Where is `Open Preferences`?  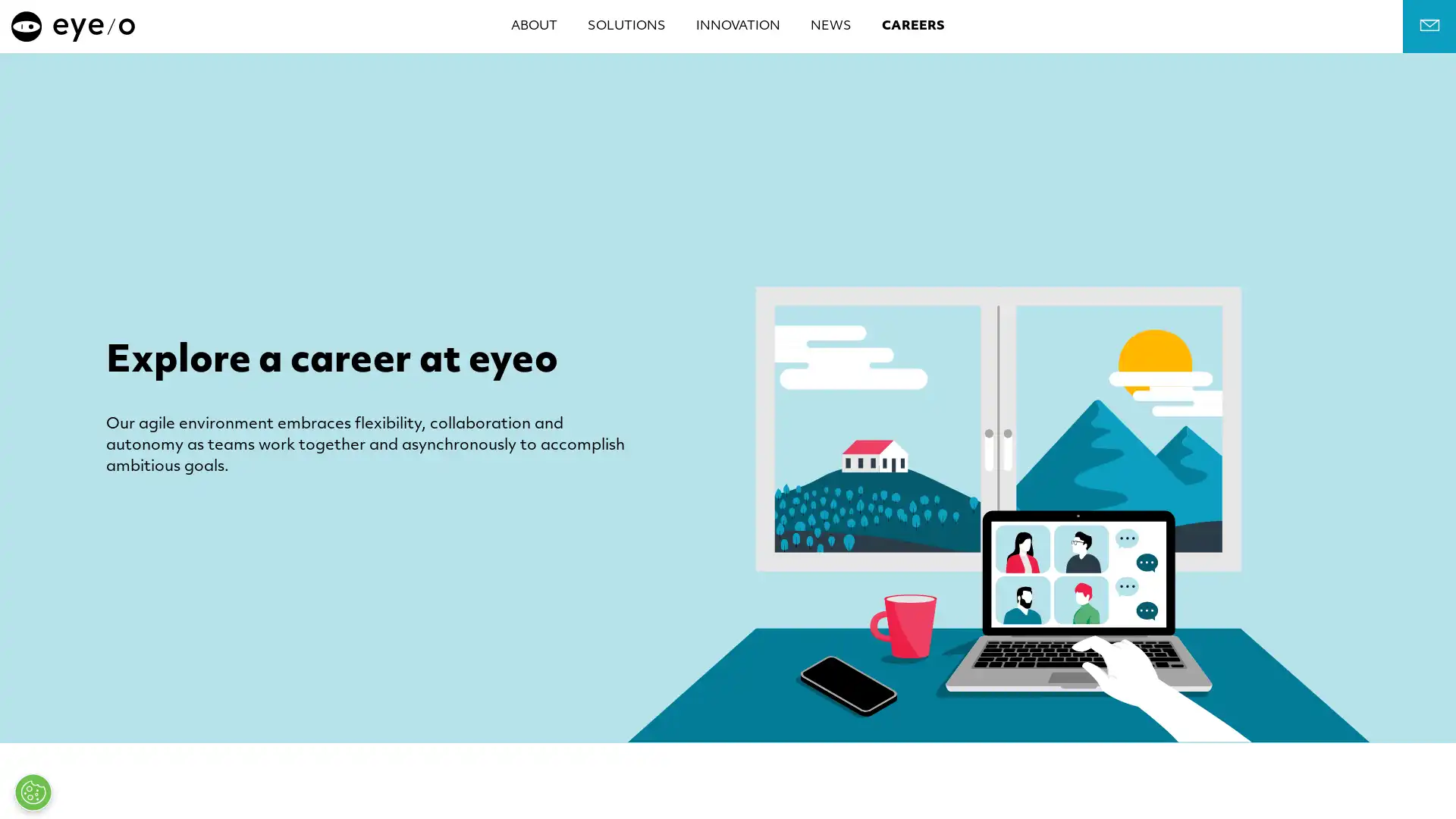
Open Preferences is located at coordinates (33, 792).